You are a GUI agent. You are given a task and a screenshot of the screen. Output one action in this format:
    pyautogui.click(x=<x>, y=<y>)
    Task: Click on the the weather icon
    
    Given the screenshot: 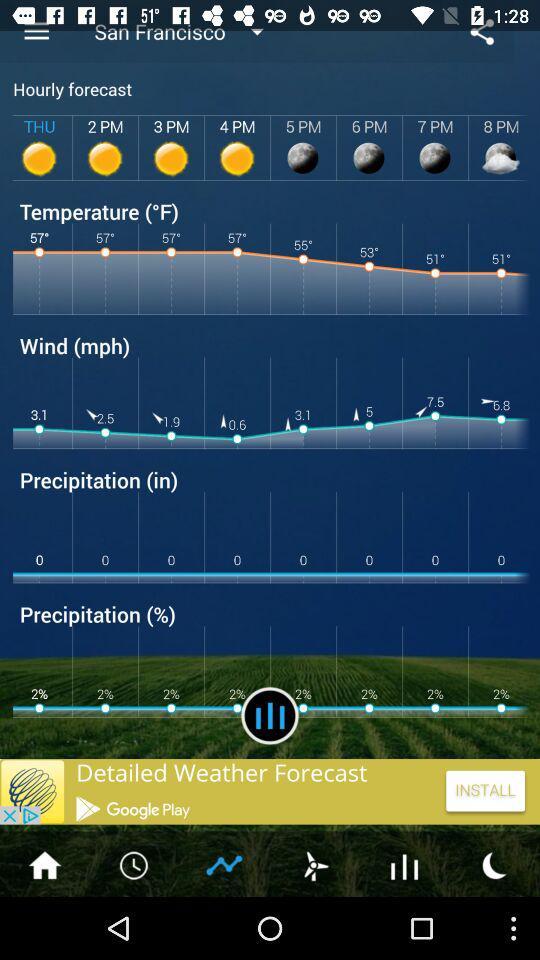 What is the action you would take?
    pyautogui.click(x=314, y=925)
    